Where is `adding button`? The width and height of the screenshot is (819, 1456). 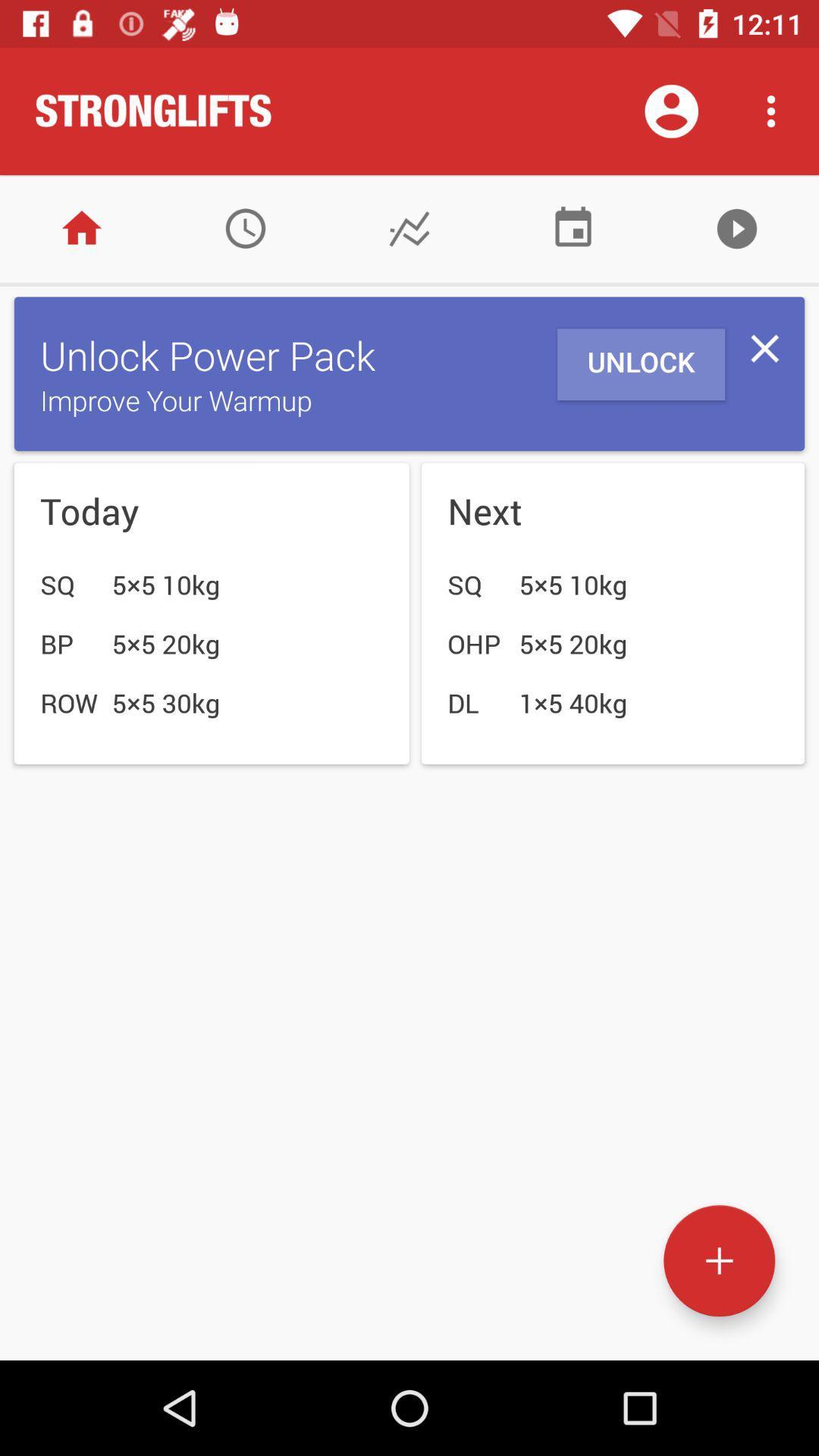 adding button is located at coordinates (718, 1260).